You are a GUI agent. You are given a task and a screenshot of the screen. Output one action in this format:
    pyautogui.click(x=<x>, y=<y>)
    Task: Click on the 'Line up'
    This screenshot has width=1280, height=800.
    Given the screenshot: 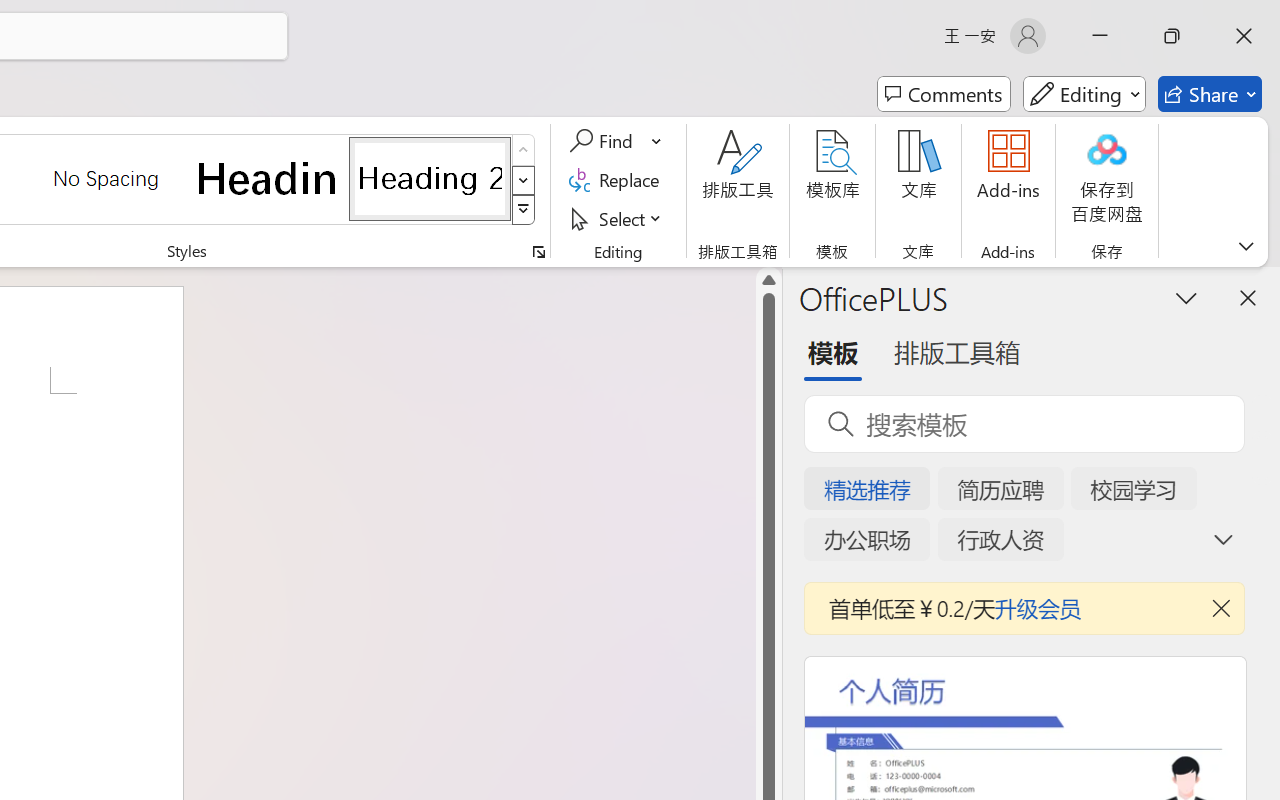 What is the action you would take?
    pyautogui.click(x=768, y=280)
    